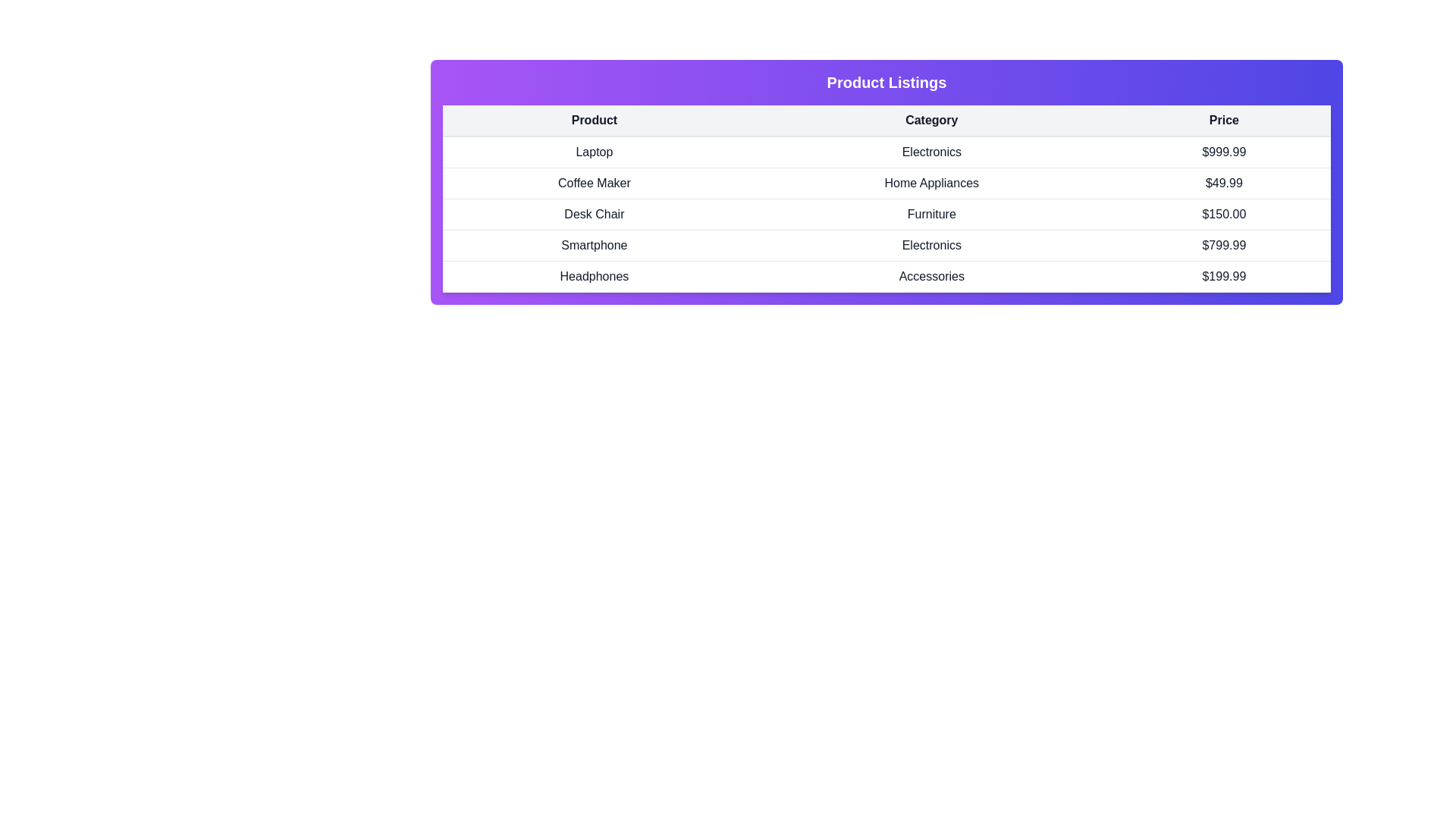  What do you see at coordinates (886, 152) in the screenshot?
I see `the first row in the product listing table, which contains 'Laptop' as the product name, 'Electronics' as the category, and '$999.99' as the price` at bounding box center [886, 152].